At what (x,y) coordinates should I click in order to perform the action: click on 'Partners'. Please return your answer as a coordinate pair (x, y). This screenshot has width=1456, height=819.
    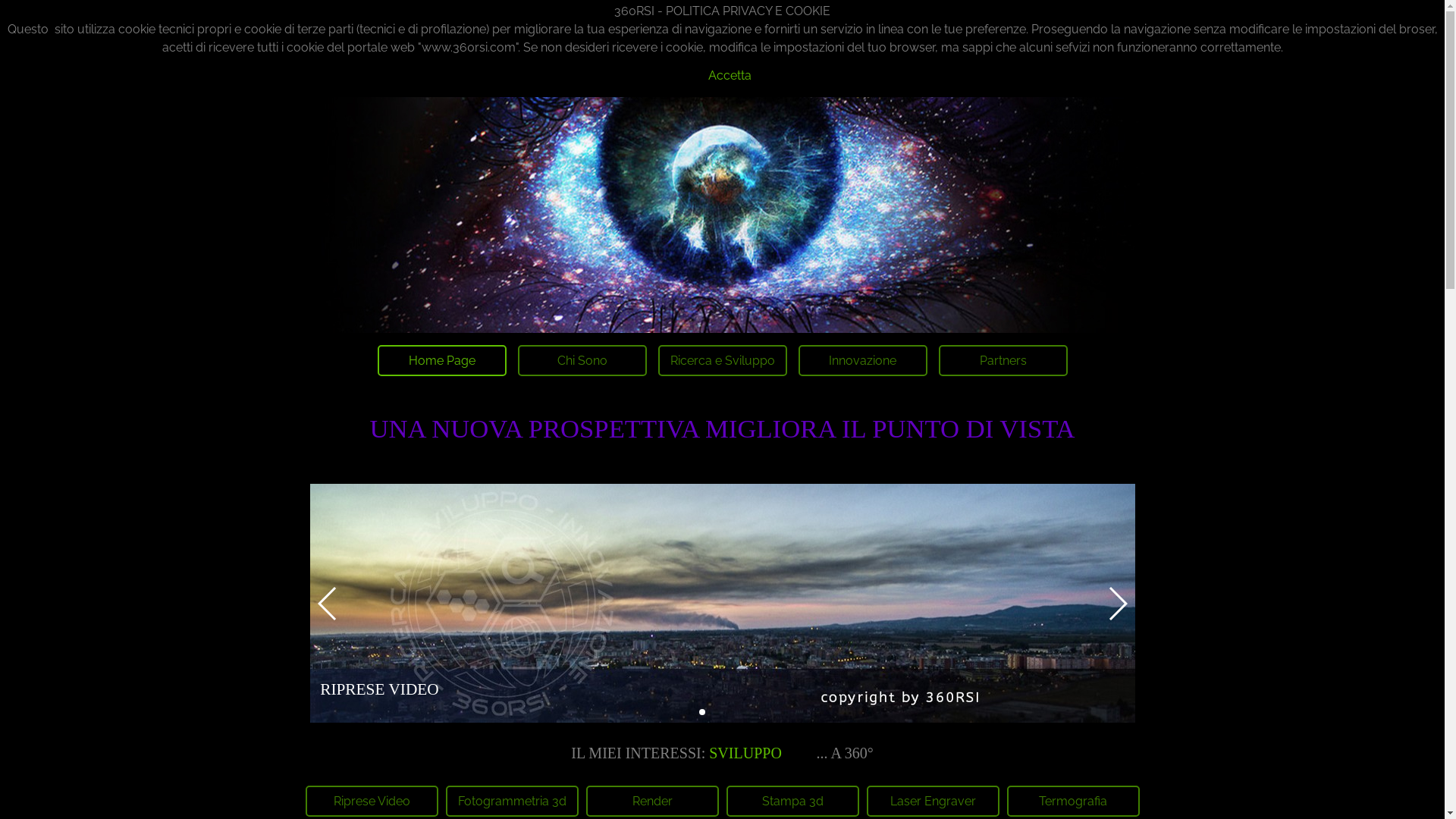
    Looking at the image, I should click on (1003, 360).